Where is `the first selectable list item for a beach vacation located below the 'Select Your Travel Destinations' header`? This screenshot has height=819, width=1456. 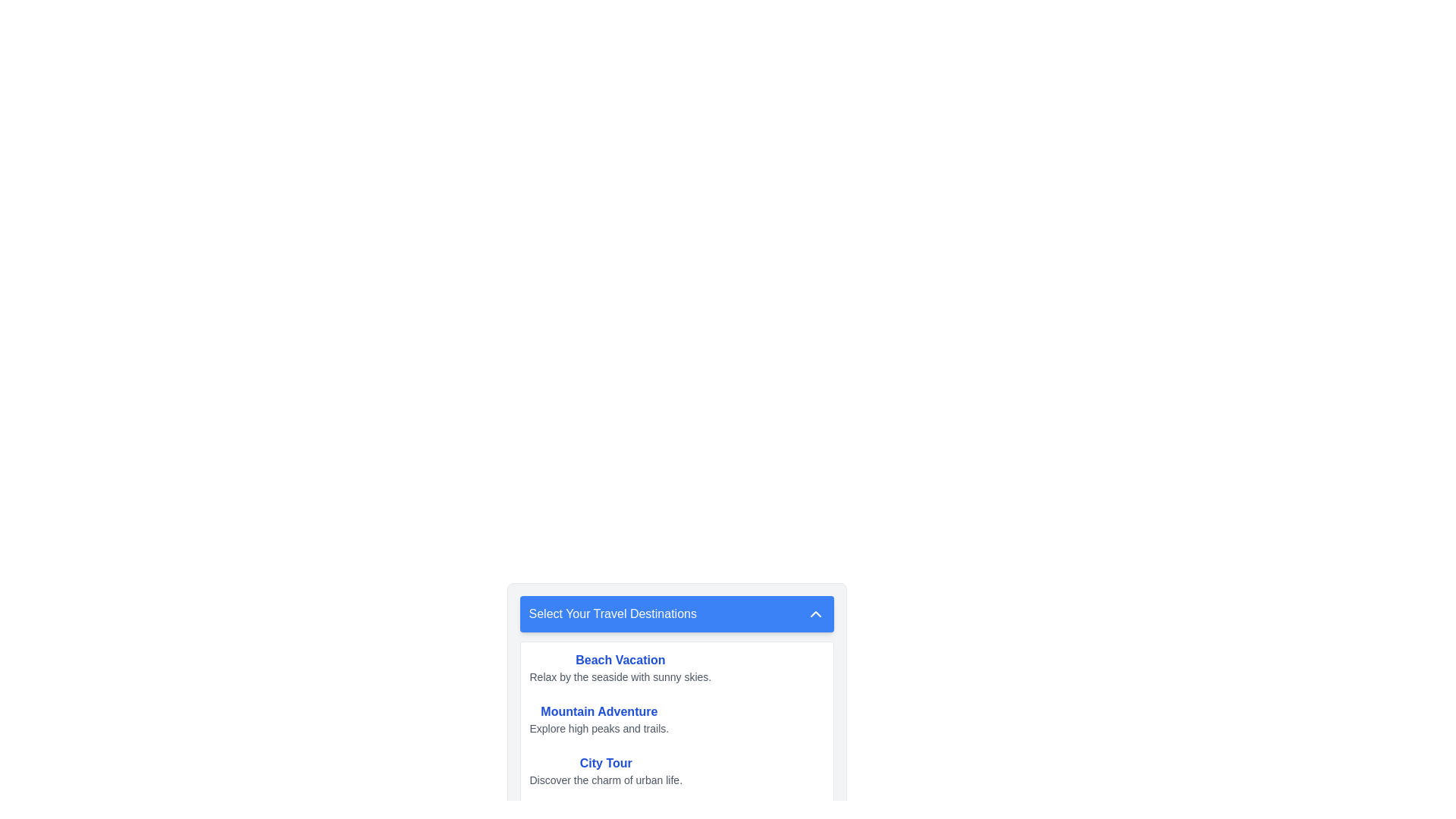 the first selectable list item for a beach vacation located below the 'Select Your Travel Destinations' header is located at coordinates (676, 667).